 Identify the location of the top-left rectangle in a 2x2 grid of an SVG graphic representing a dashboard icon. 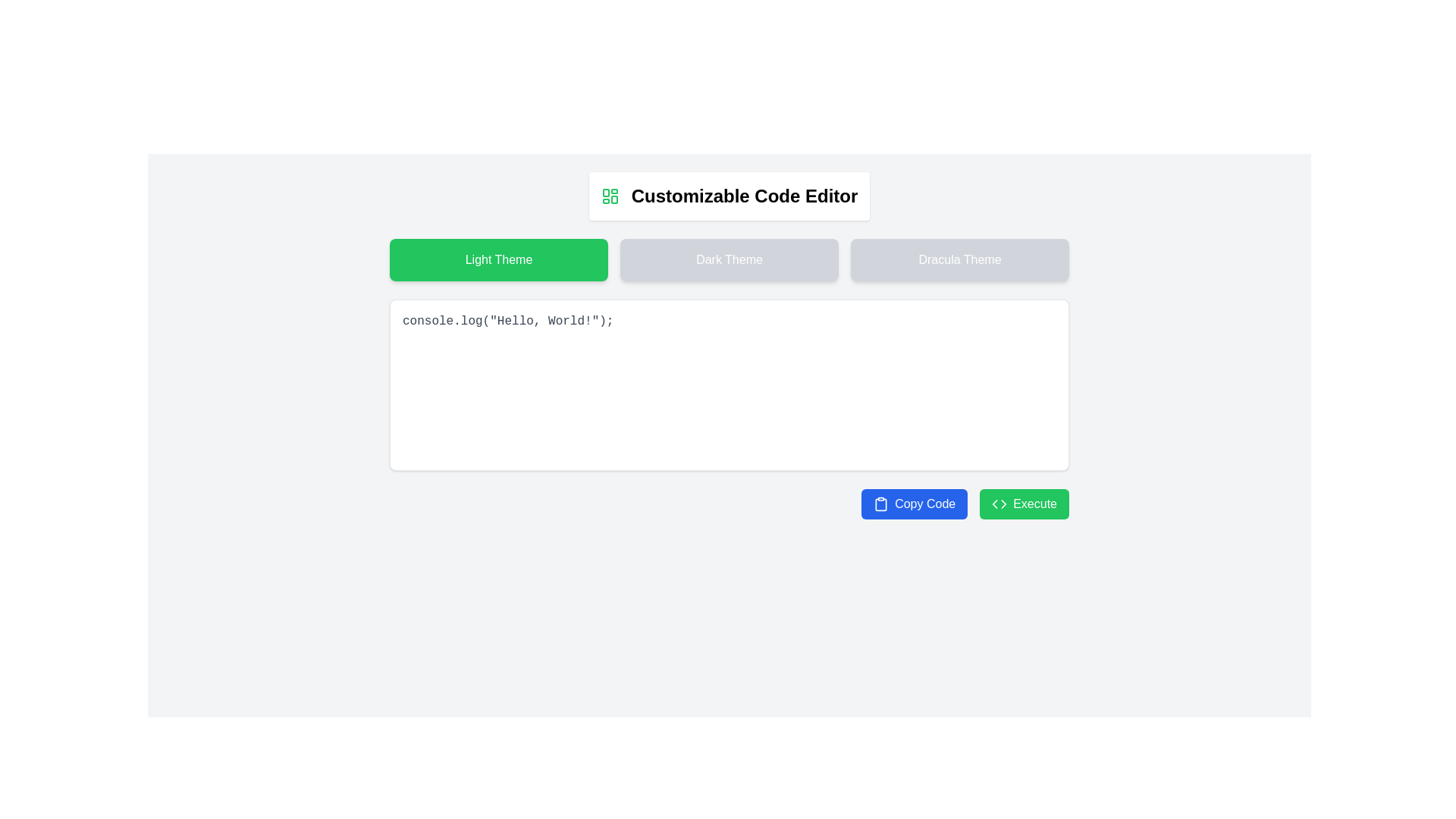
(605, 192).